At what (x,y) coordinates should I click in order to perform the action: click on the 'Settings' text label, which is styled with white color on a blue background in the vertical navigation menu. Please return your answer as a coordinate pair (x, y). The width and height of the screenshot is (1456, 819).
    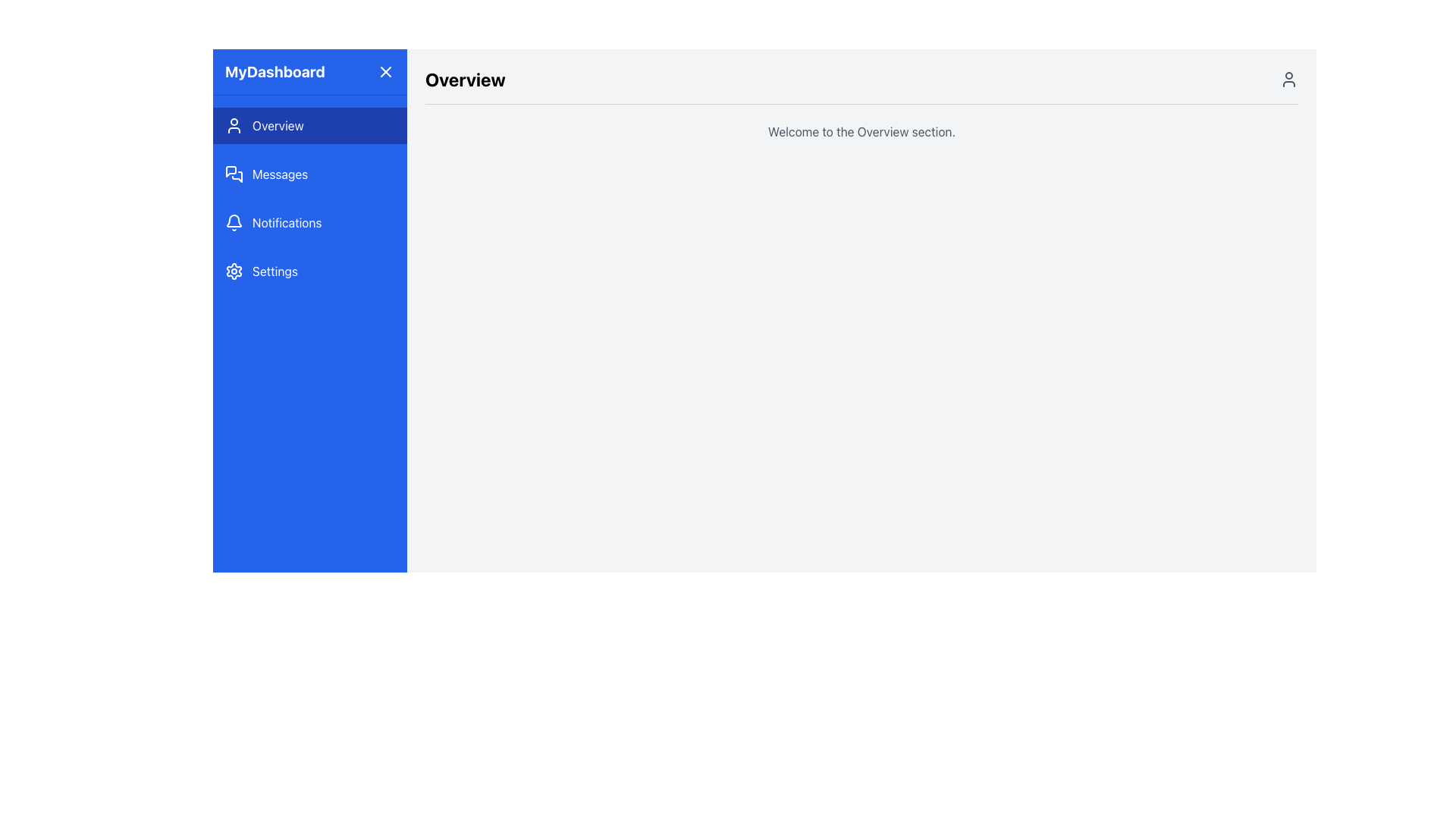
    Looking at the image, I should click on (275, 271).